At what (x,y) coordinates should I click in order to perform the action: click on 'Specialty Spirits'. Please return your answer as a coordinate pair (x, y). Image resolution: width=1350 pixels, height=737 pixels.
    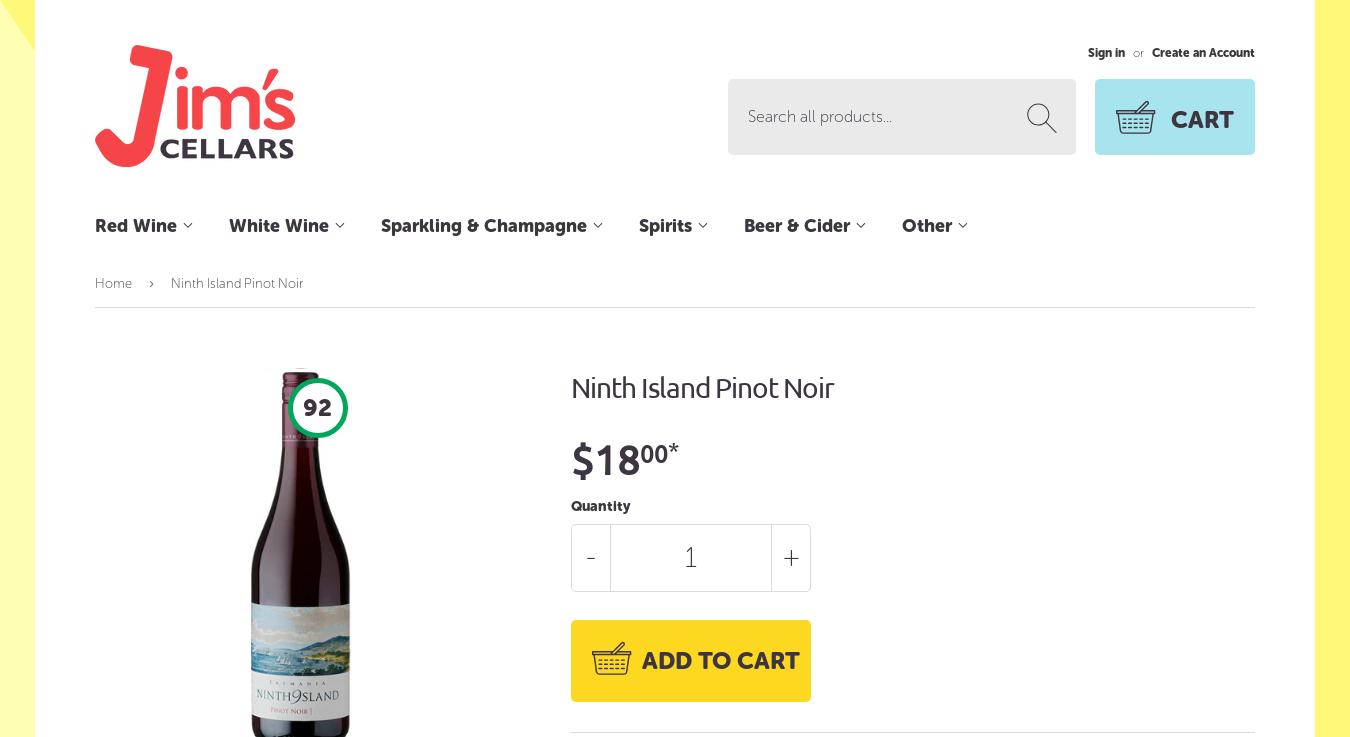
    Looking at the image, I should click on (698, 669).